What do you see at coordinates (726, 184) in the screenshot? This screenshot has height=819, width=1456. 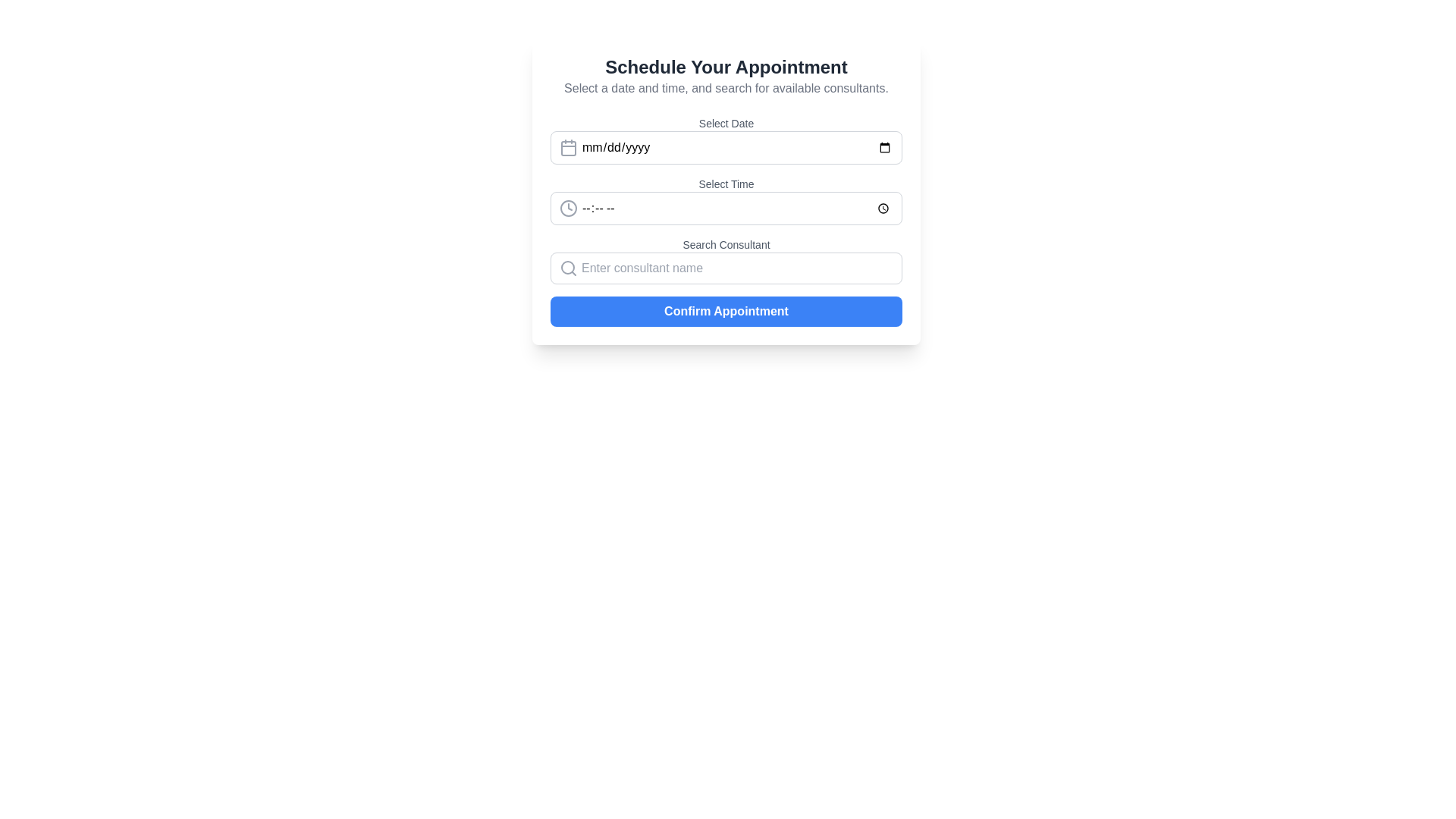 I see `the 'Select Time' label, which is a medium-sized gray text label positioned above the time input field` at bounding box center [726, 184].